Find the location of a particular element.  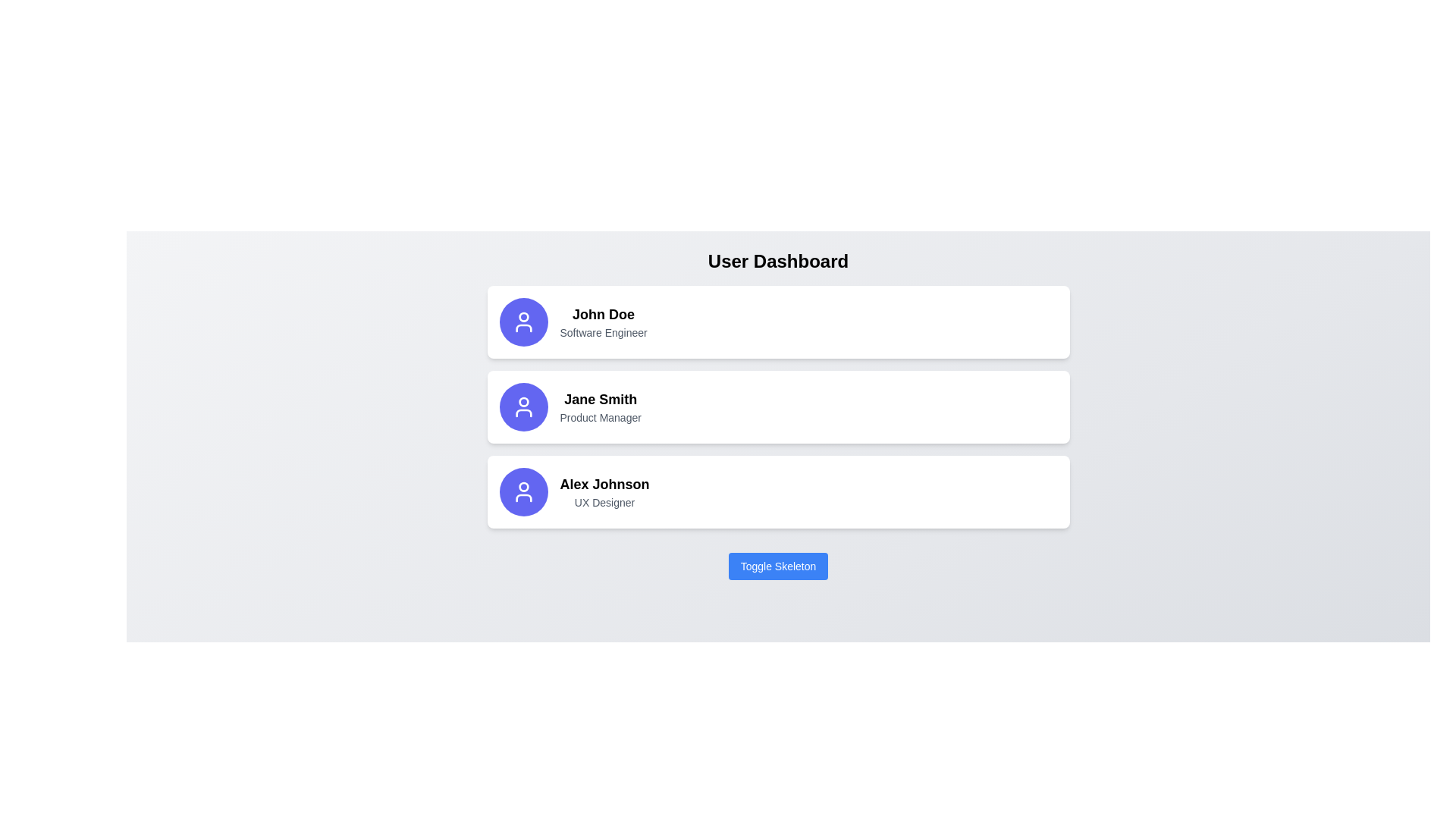

the button located below the list of user profiles, which toggles a visual or functional state related to the skeleton concept is located at coordinates (778, 566).